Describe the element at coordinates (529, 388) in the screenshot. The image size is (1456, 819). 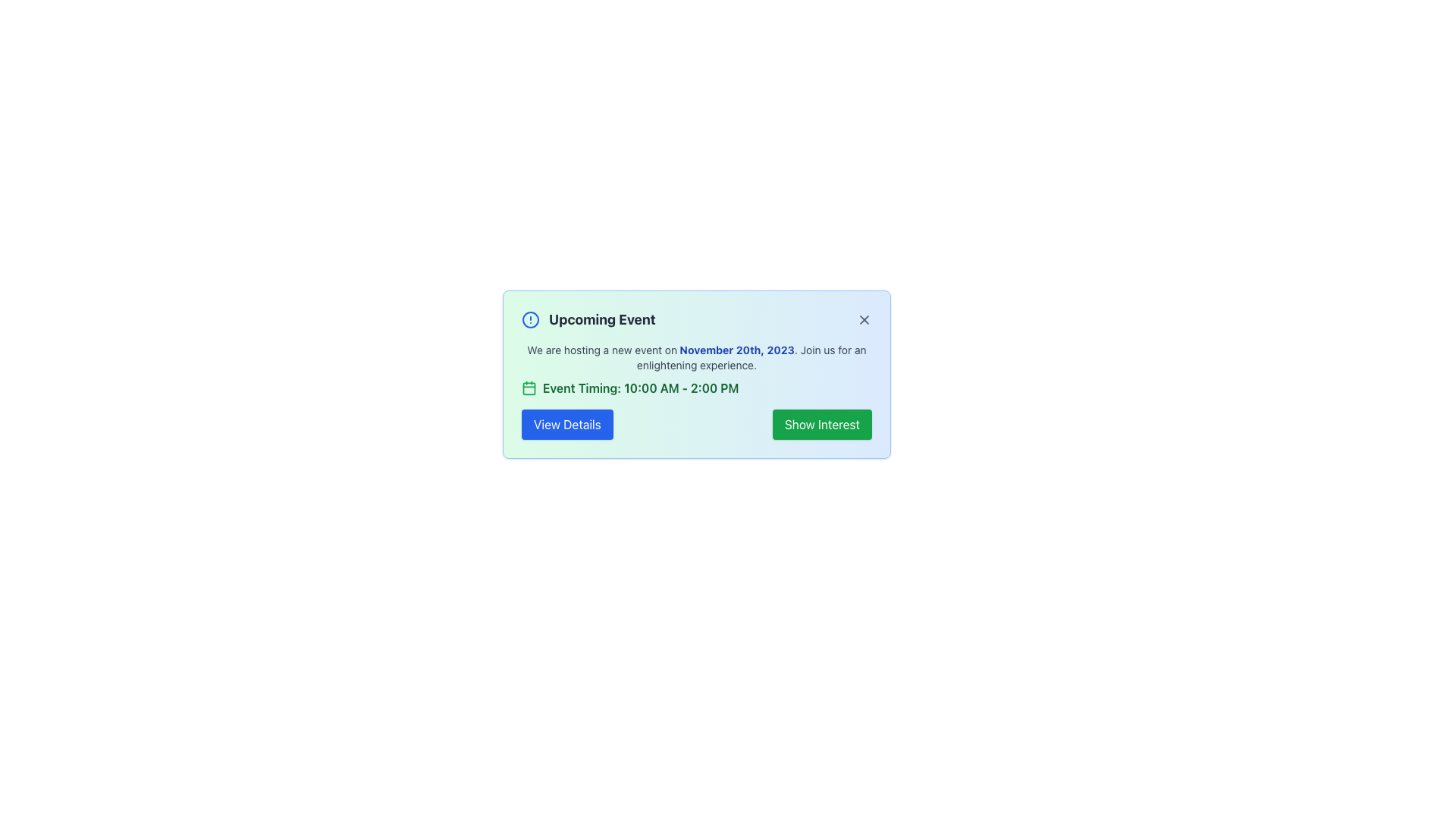
I see `the green outline-style calendar icon located directly to the left of the text 'Event Timing: 10:00 AM - 2:00 PM'` at that location.